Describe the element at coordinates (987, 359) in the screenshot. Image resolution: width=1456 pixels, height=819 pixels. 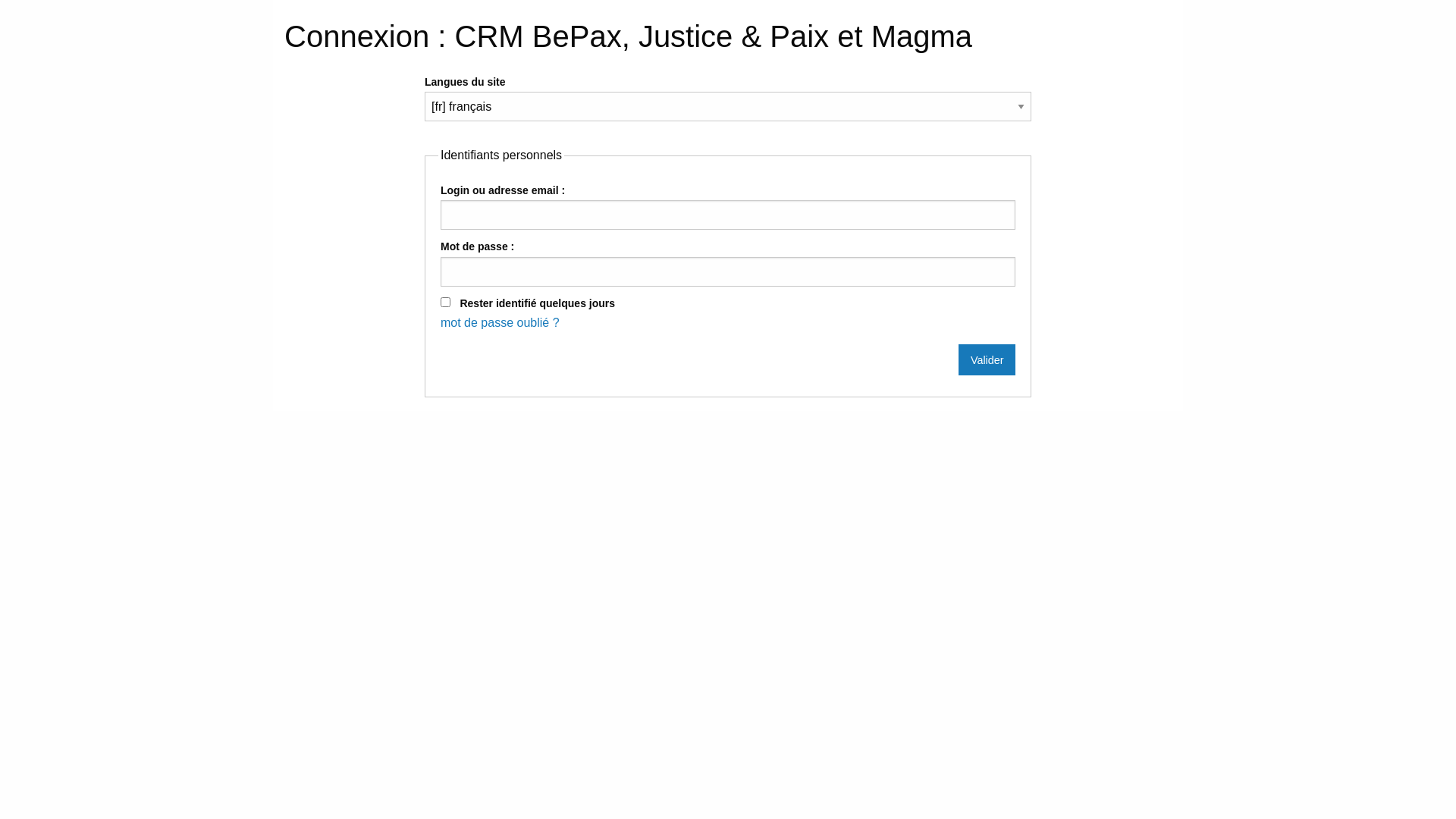
I see `'Valider'` at that location.